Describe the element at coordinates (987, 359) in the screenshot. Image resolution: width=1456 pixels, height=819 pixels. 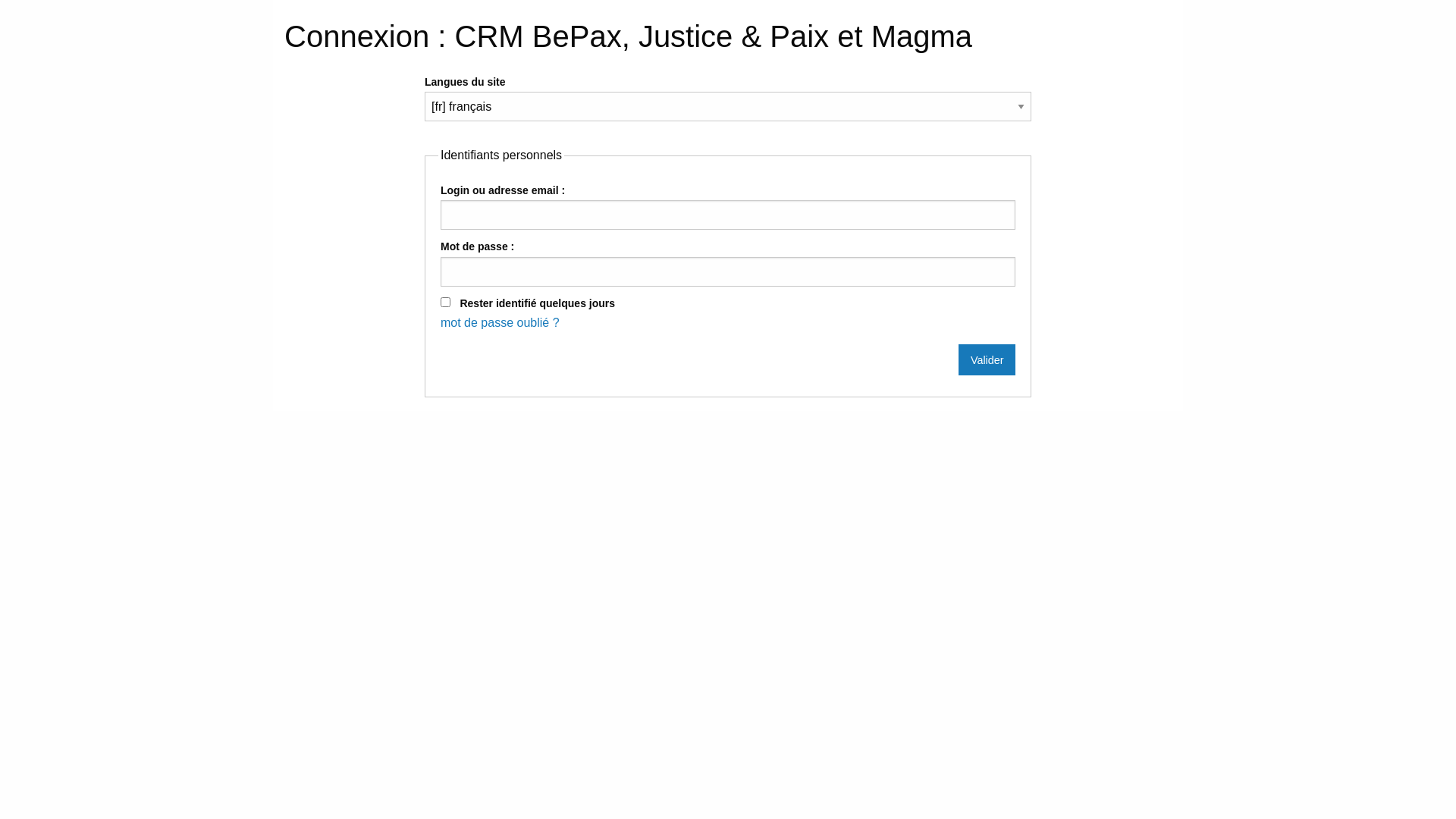
I see `'Valider'` at that location.